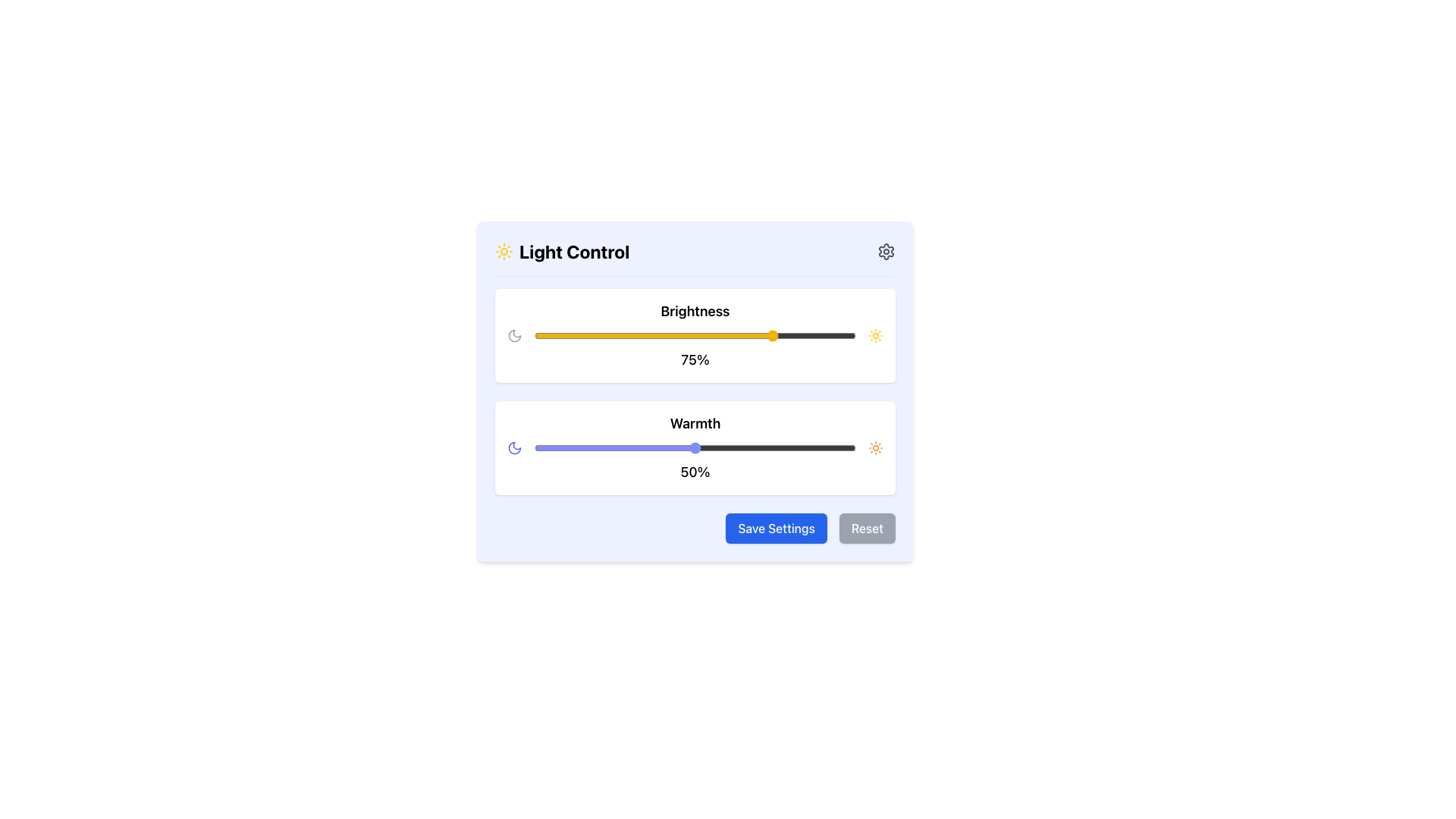  I want to click on warmth, so click(820, 447).